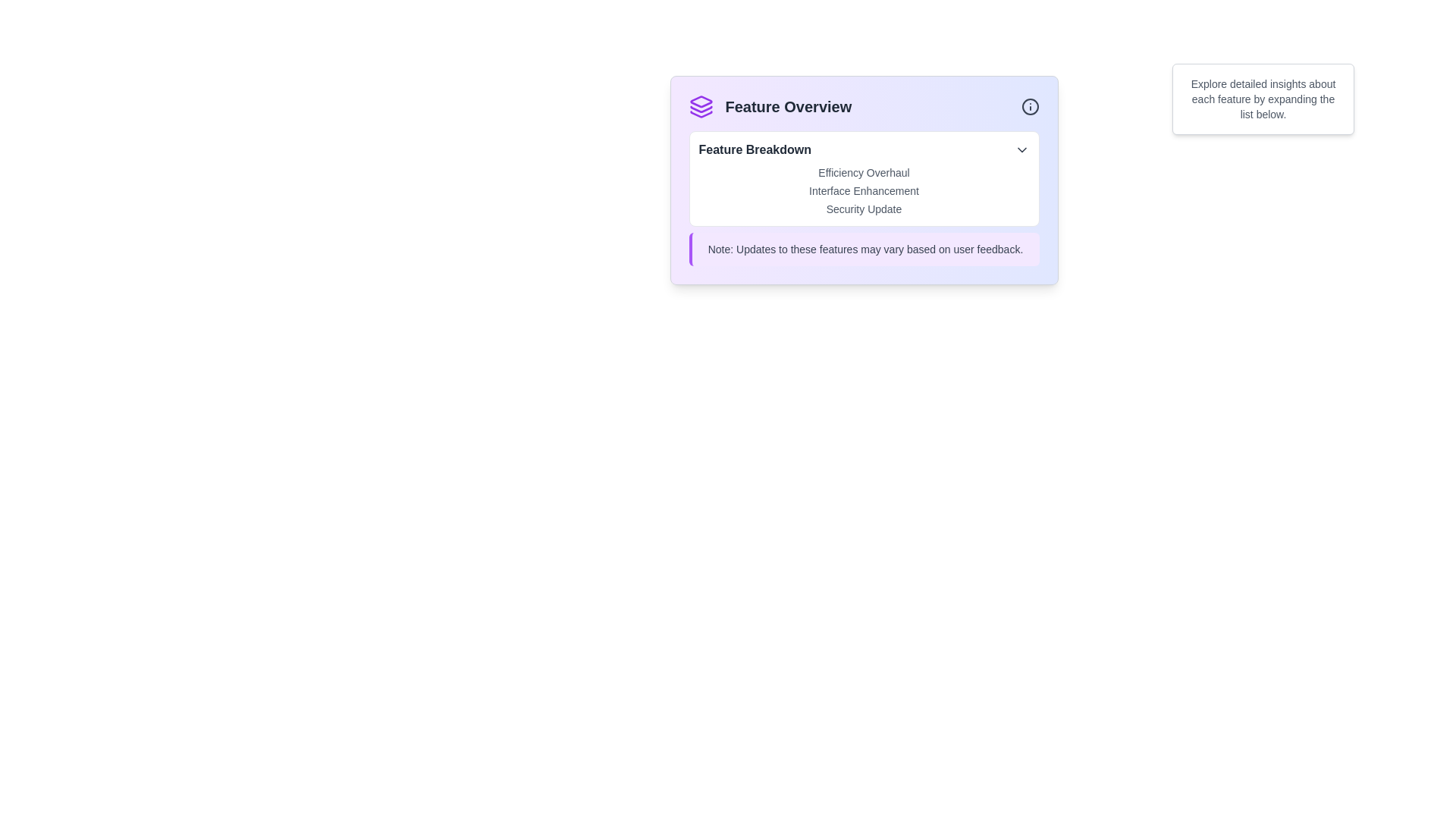 This screenshot has width=1456, height=819. I want to click on the third layer of the stack icon, which is styled in purple and located within the SVG graphic on the top left corner of the purple card titled 'Feature Overview', so click(700, 113).